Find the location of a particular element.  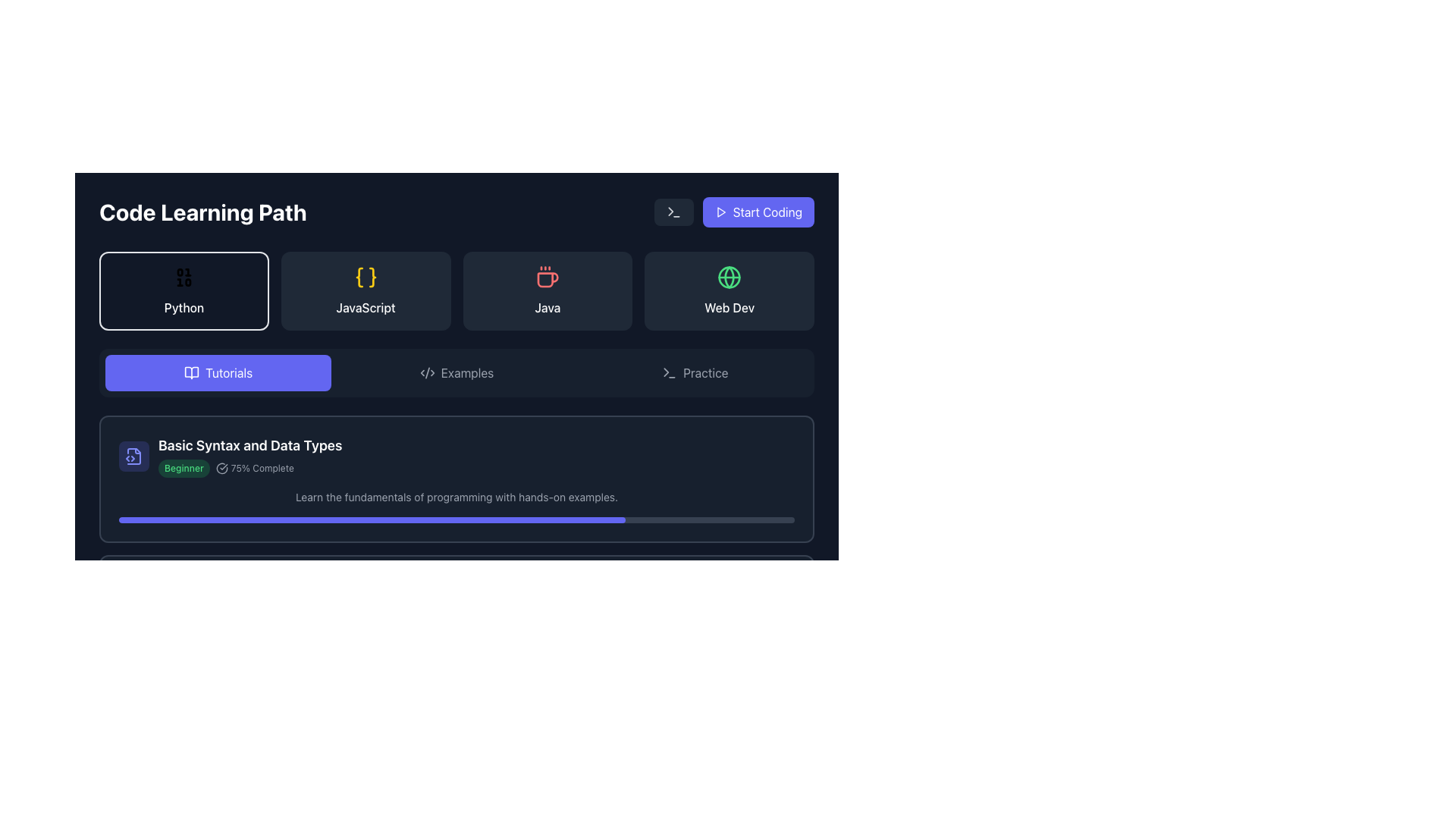

the play icon within the 'Start Coding' button located at the header section, positioned to the left of the text 'Start Coding' is located at coordinates (720, 212).